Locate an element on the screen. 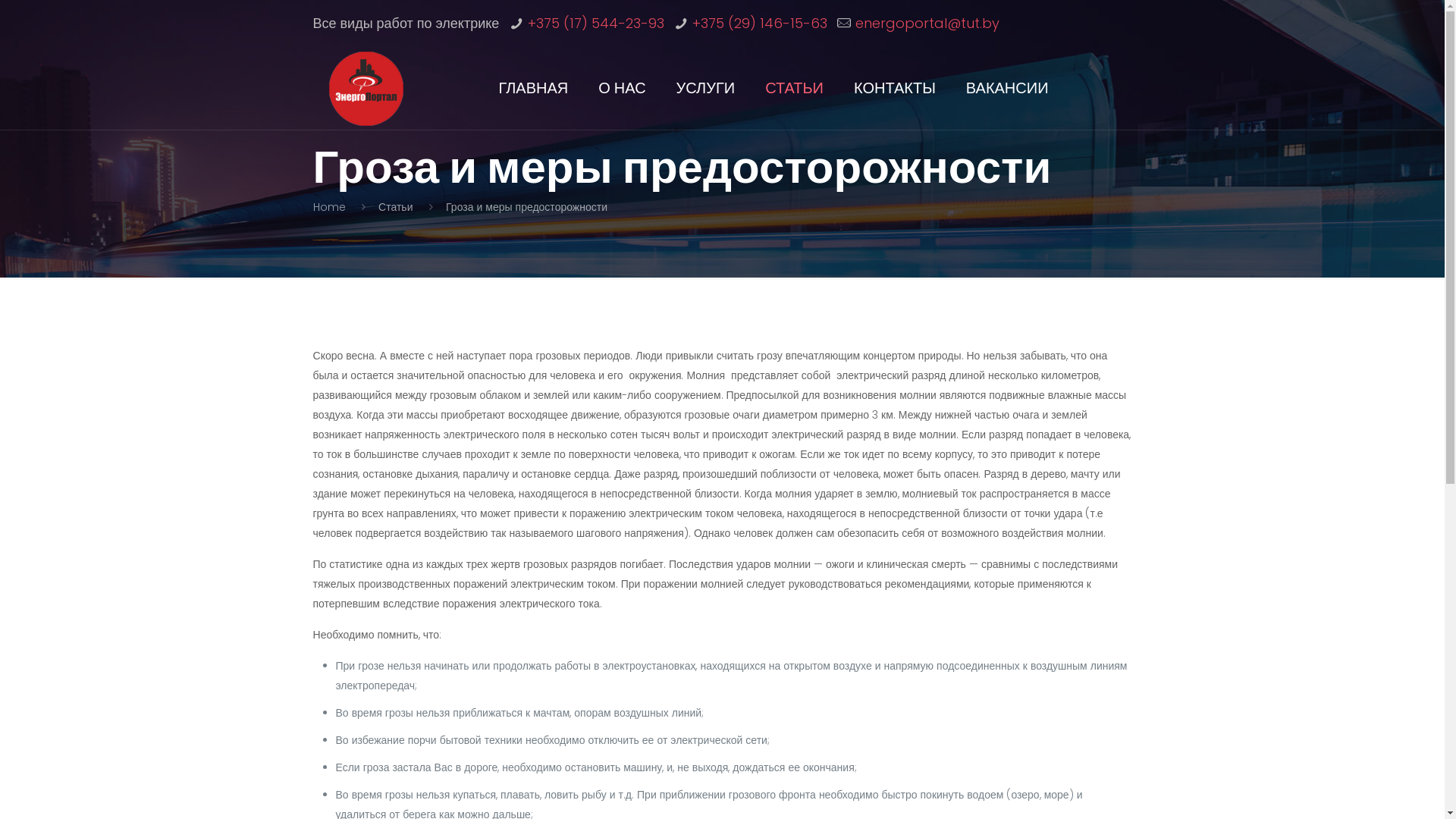 This screenshot has width=1456, height=819. '+375 (17) 544-23-93' is located at coordinates (595, 23).